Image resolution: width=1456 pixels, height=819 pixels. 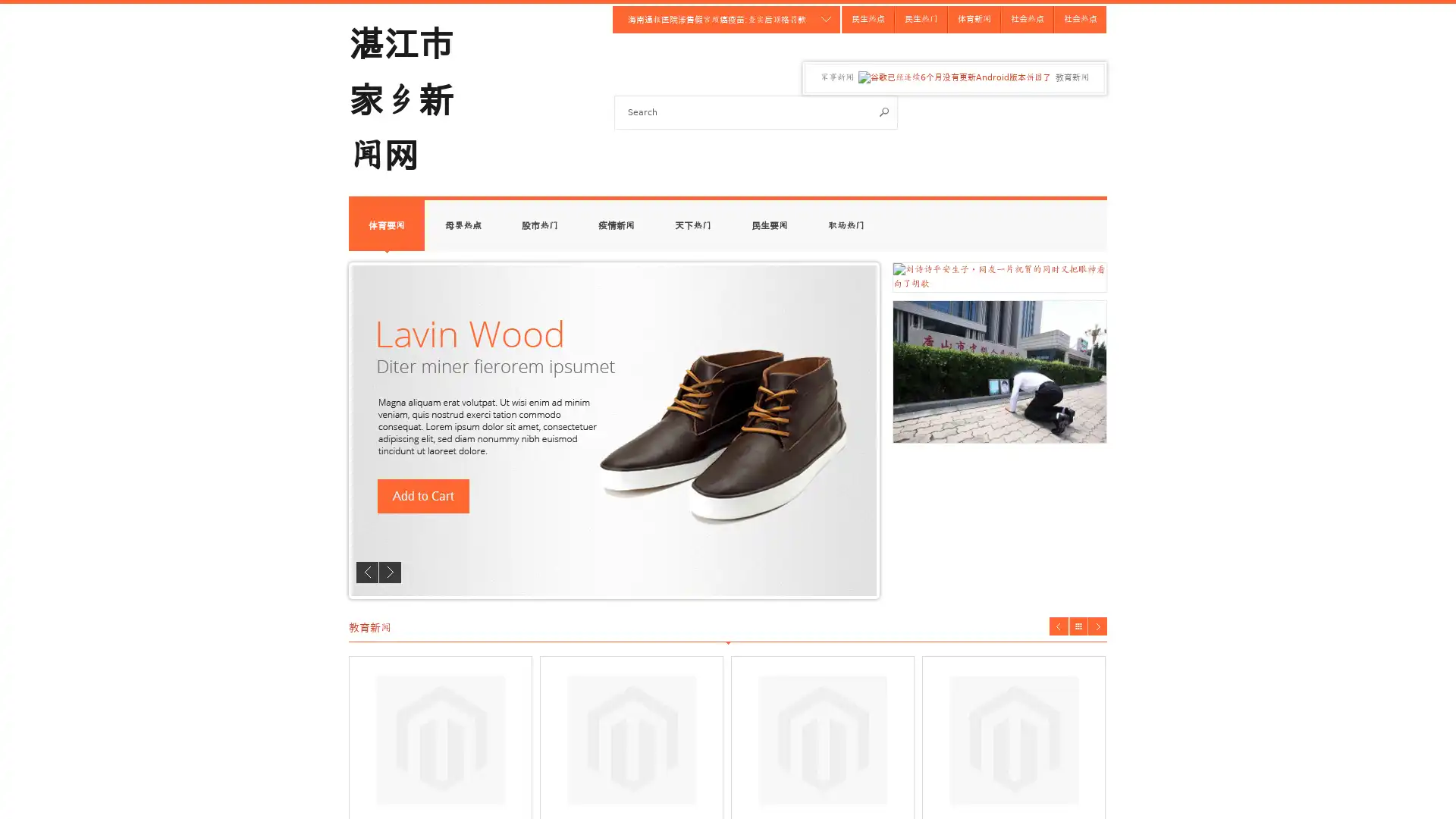 I want to click on Search, so click(x=884, y=111).